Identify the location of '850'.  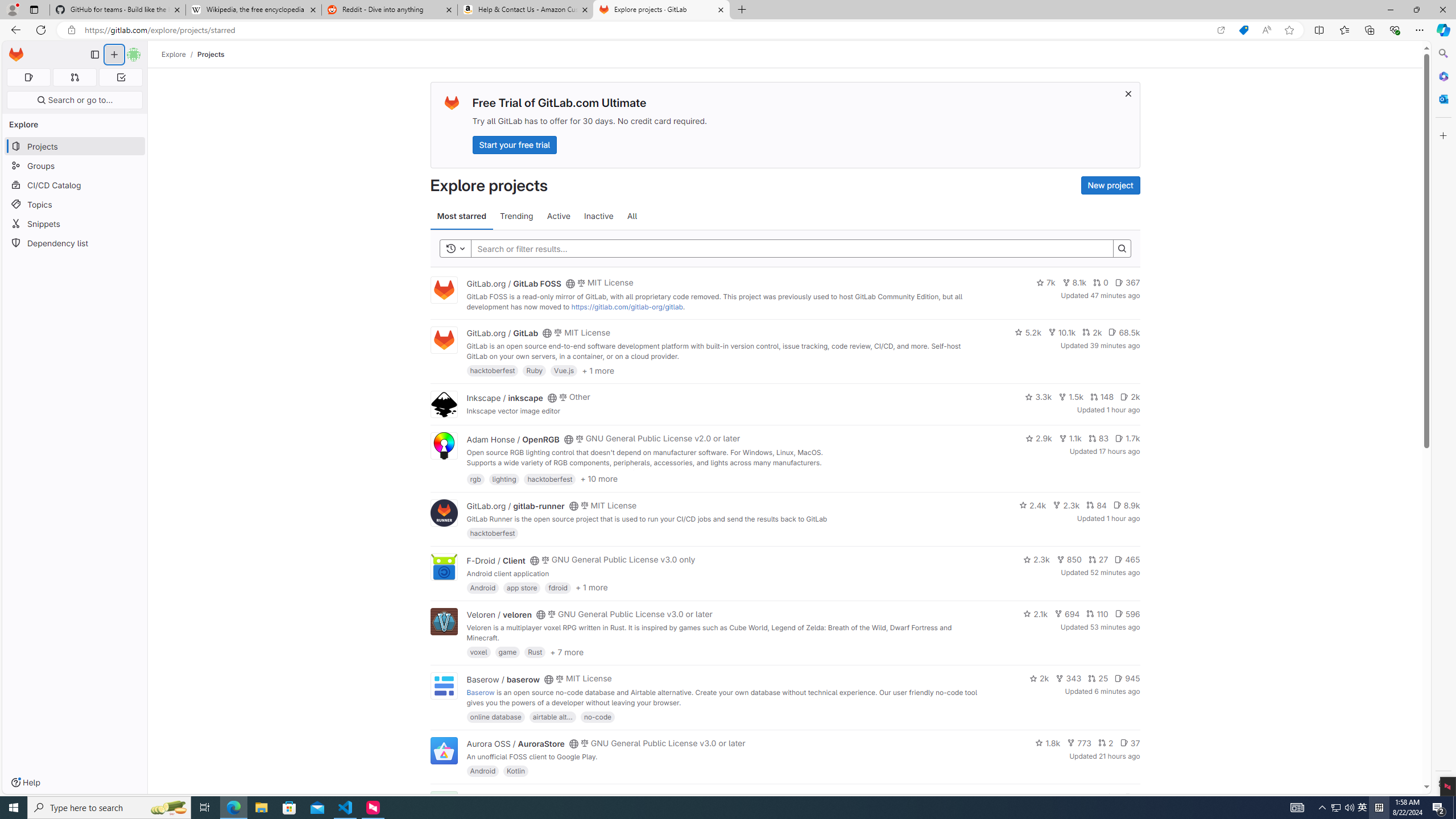
(1069, 560).